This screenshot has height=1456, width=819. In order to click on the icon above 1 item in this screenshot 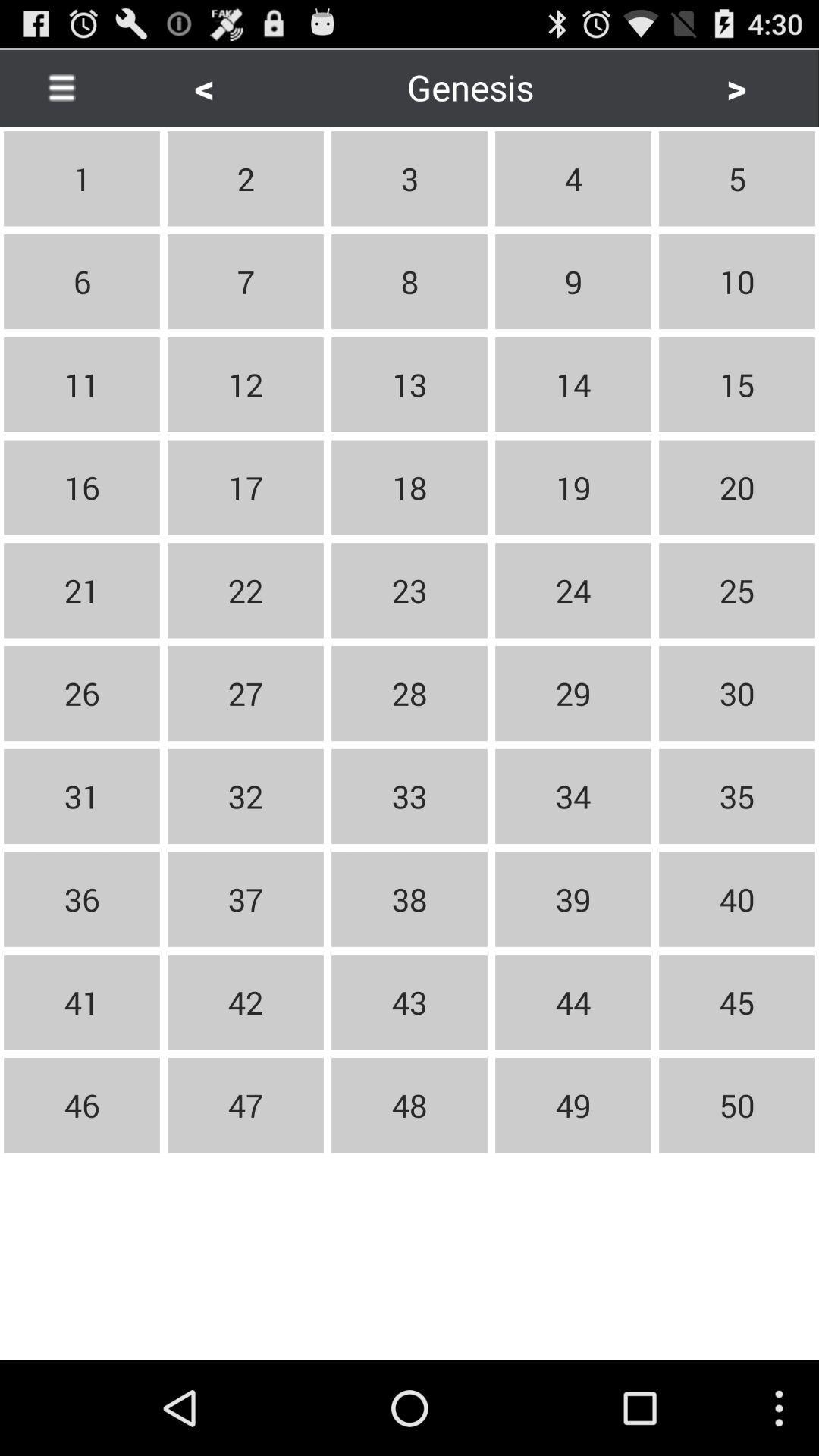, I will do `click(61, 86)`.